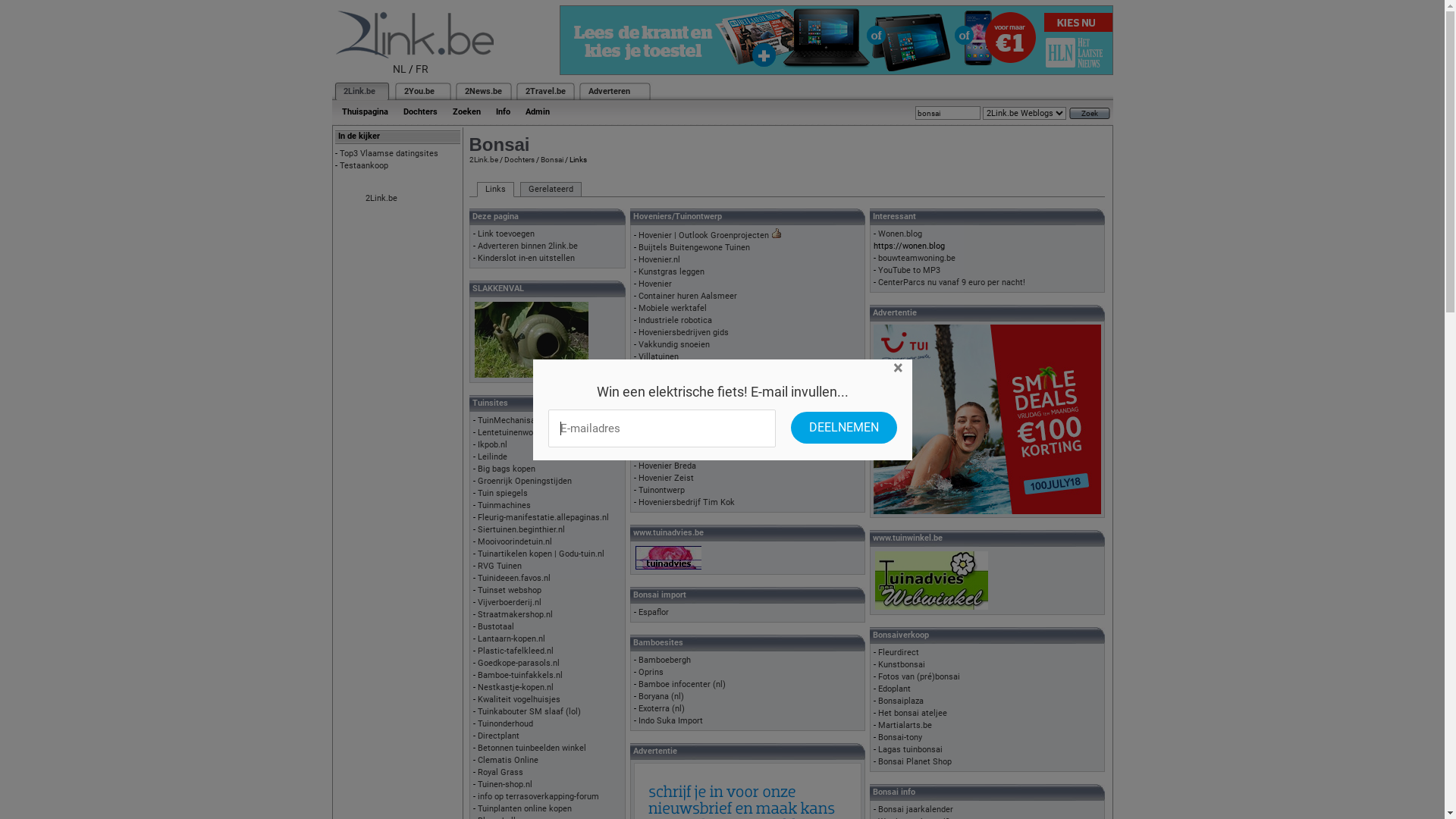  Describe the element at coordinates (364, 165) in the screenshot. I see `'Testaankoop'` at that location.